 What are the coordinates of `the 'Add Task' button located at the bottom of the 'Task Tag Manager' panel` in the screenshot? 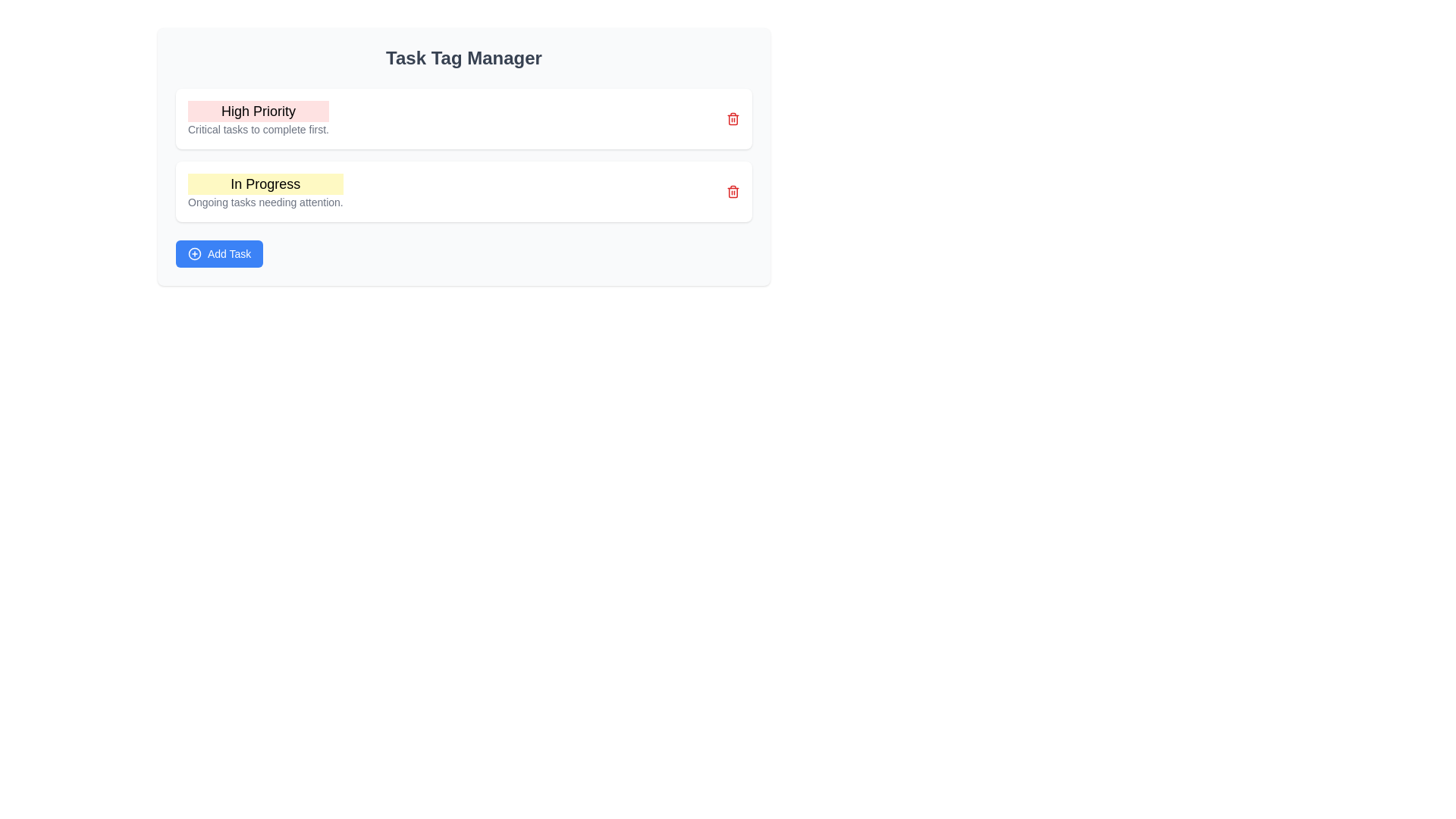 It's located at (218, 253).